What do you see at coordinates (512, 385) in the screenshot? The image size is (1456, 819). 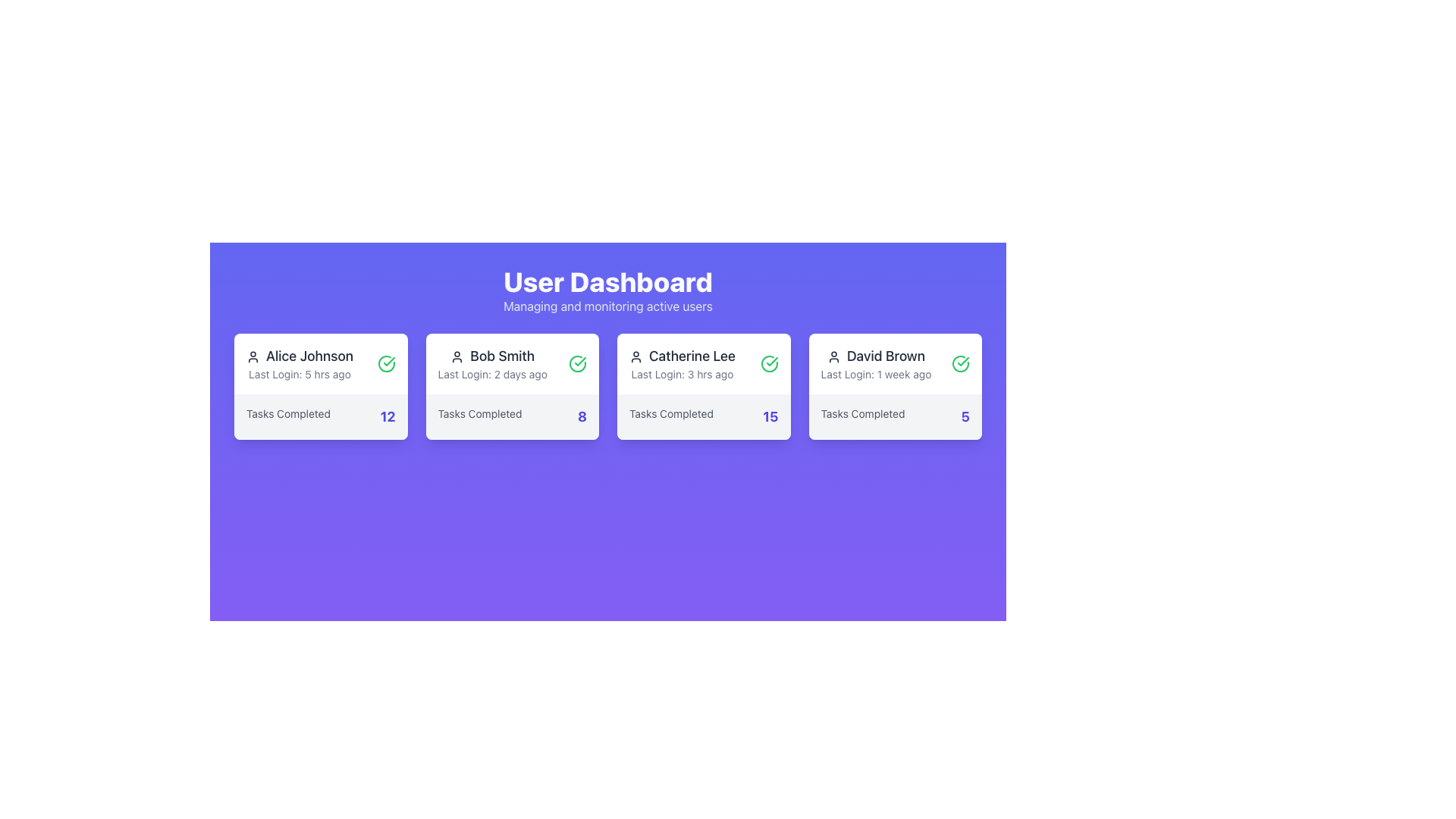 I see `the second informational card in the user dashboard that displays user summary information, located between 'Alice Johnson' and 'Catherine Lee'` at bounding box center [512, 385].